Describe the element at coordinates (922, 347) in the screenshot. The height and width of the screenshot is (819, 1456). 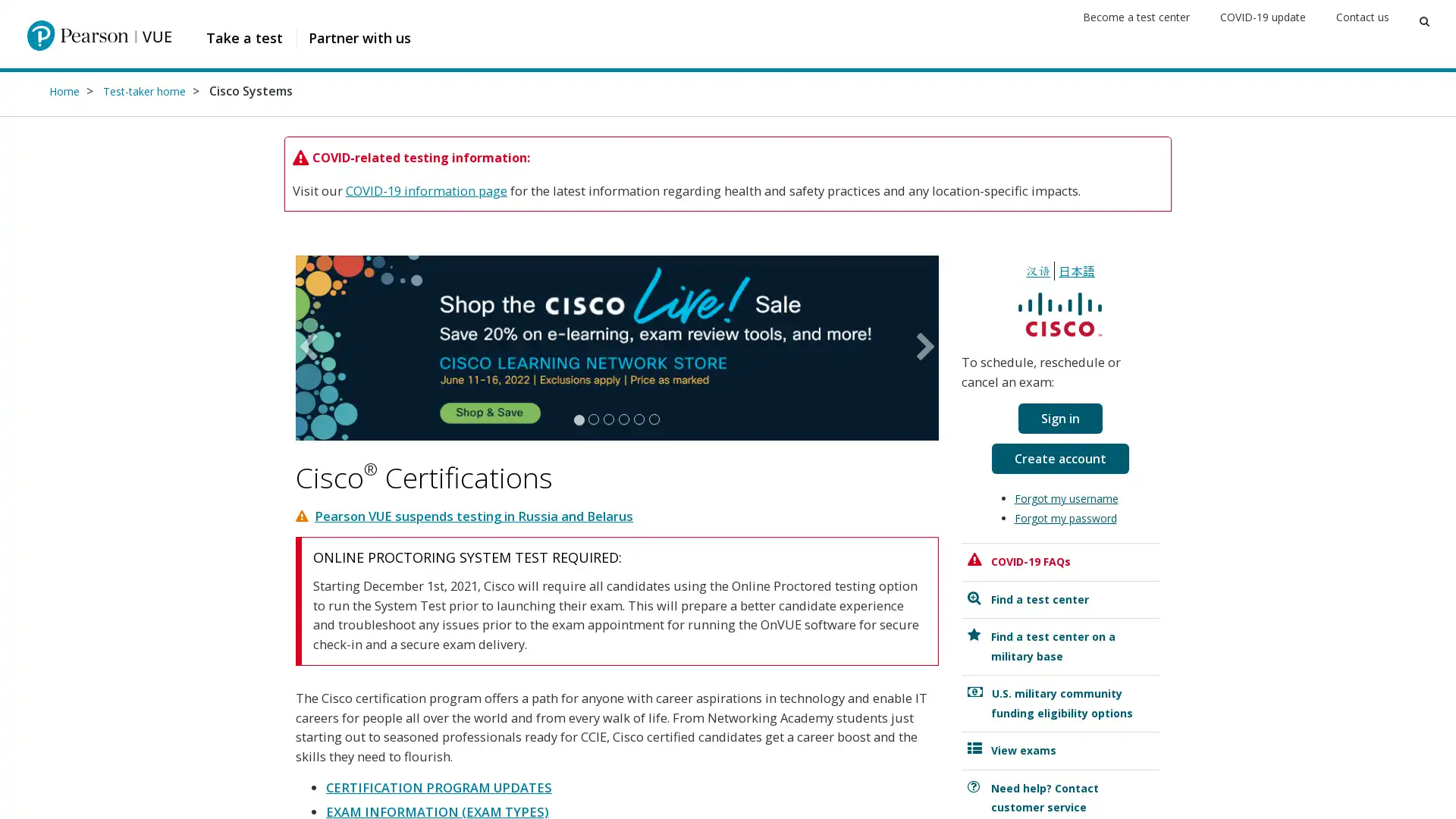
I see `Next` at that location.